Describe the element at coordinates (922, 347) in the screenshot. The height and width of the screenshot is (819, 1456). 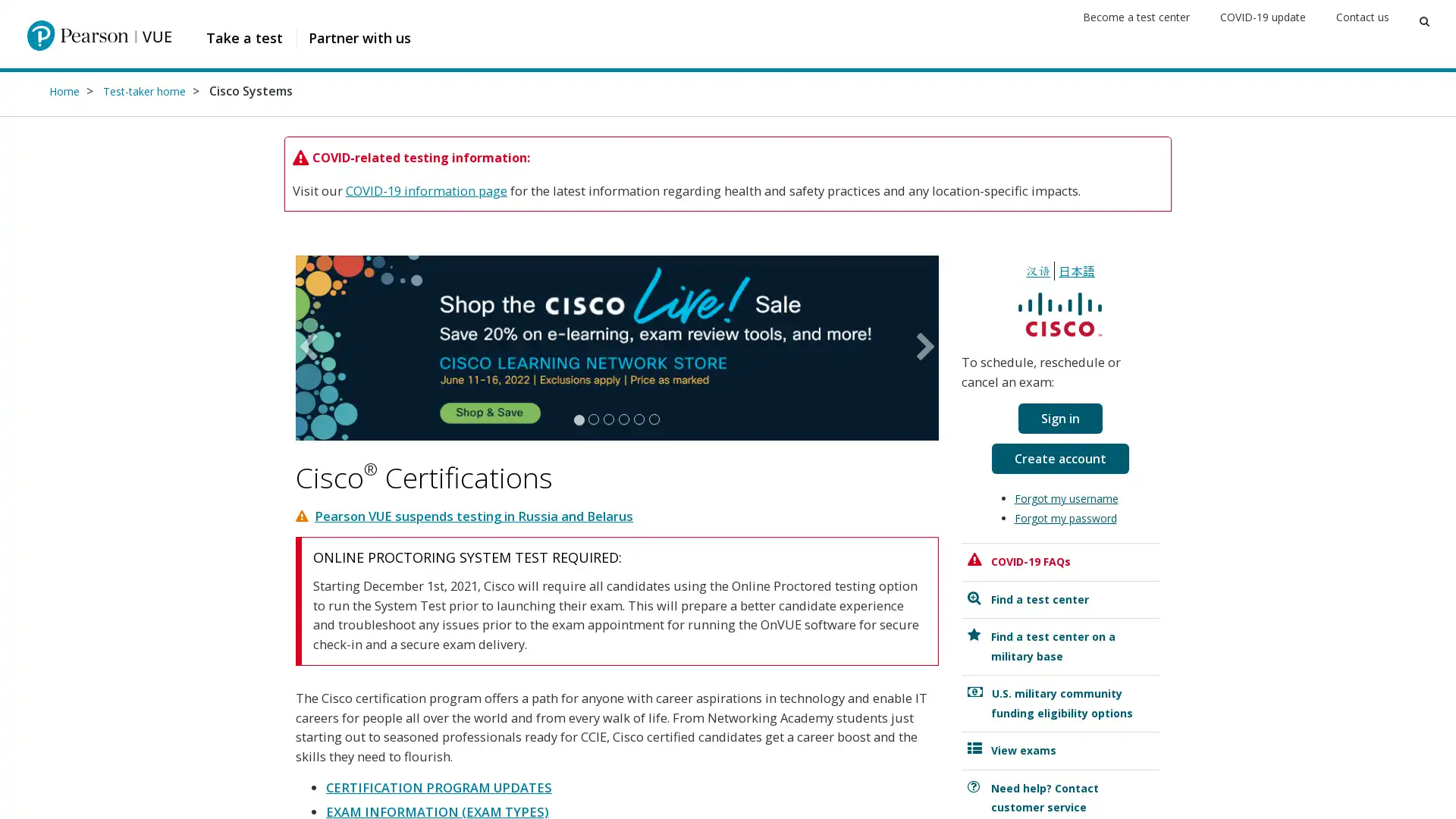
I see `Next` at that location.